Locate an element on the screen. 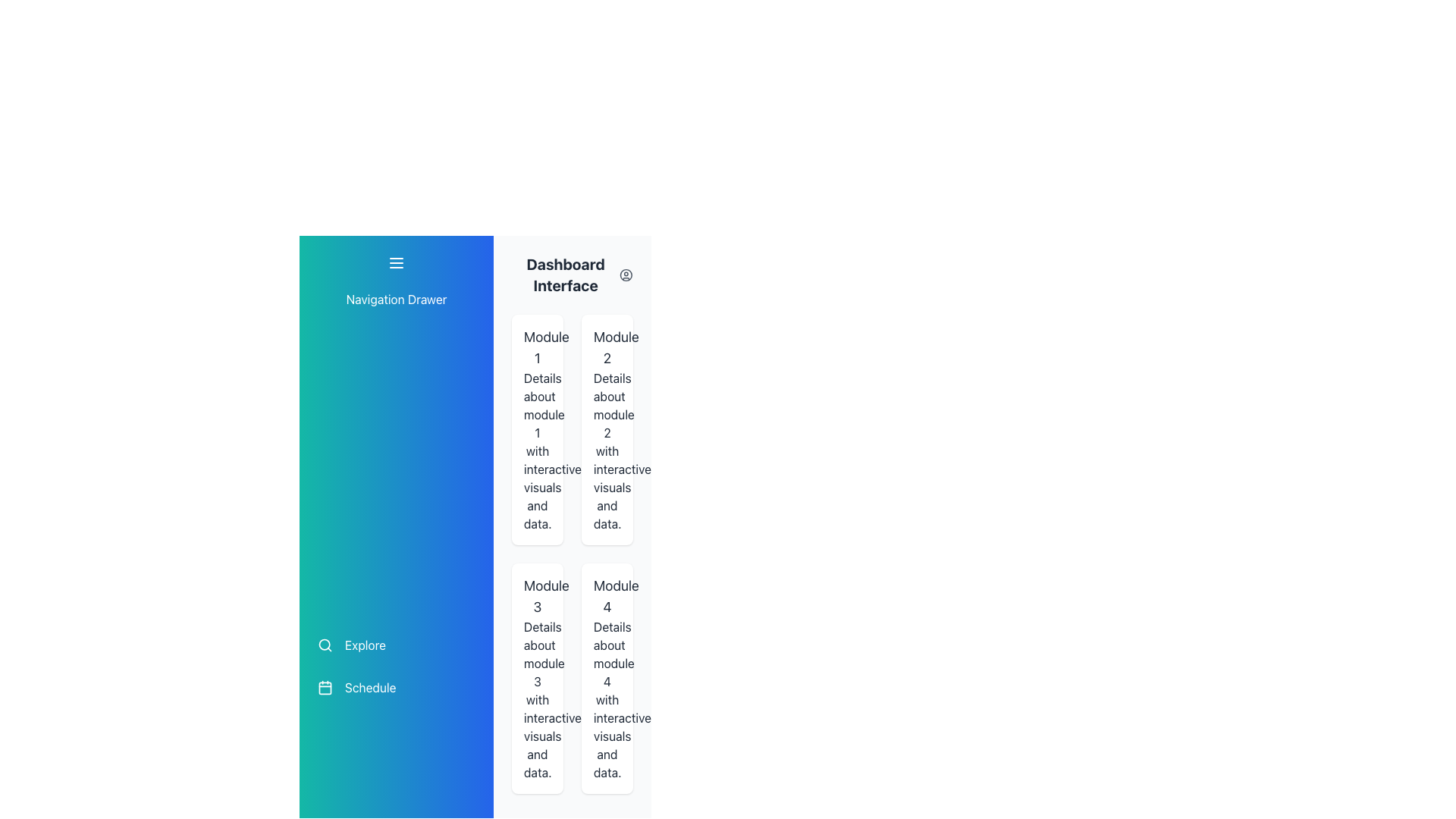  the 'Schedule' navigation button located below the 'Explore' item in the left sidebar menu is located at coordinates (397, 687).